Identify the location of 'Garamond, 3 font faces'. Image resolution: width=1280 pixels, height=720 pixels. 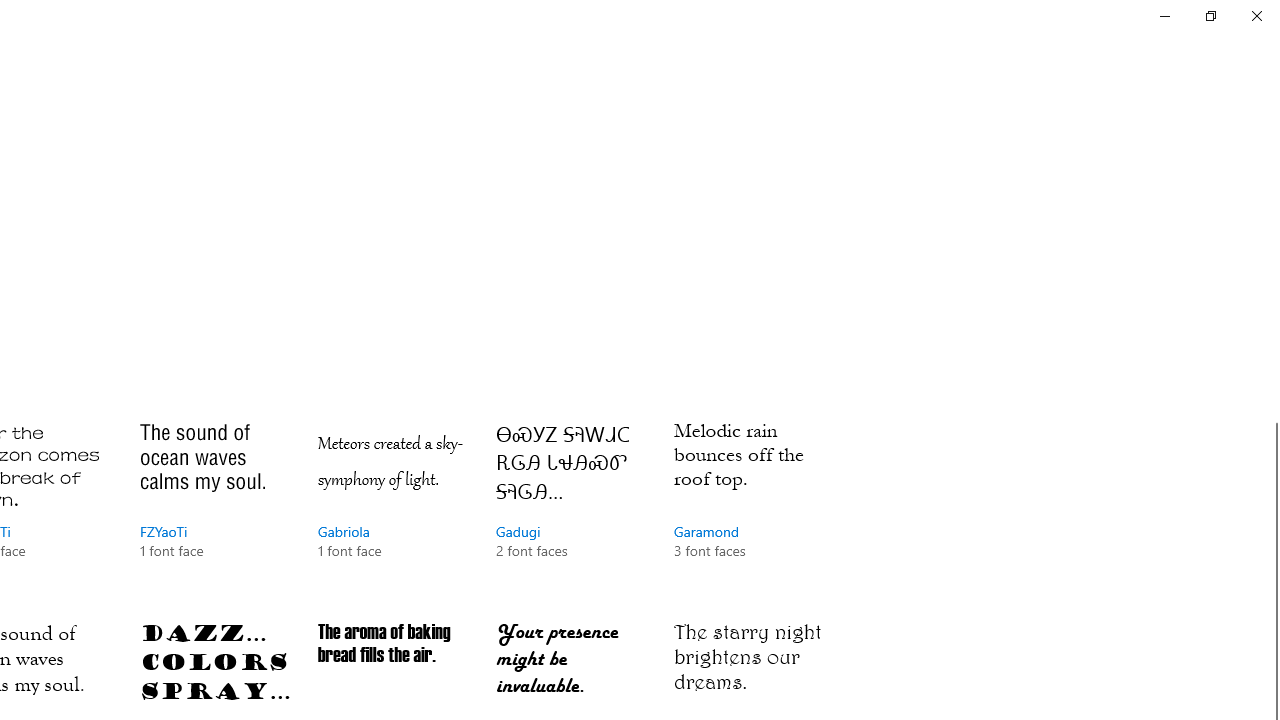
(747, 508).